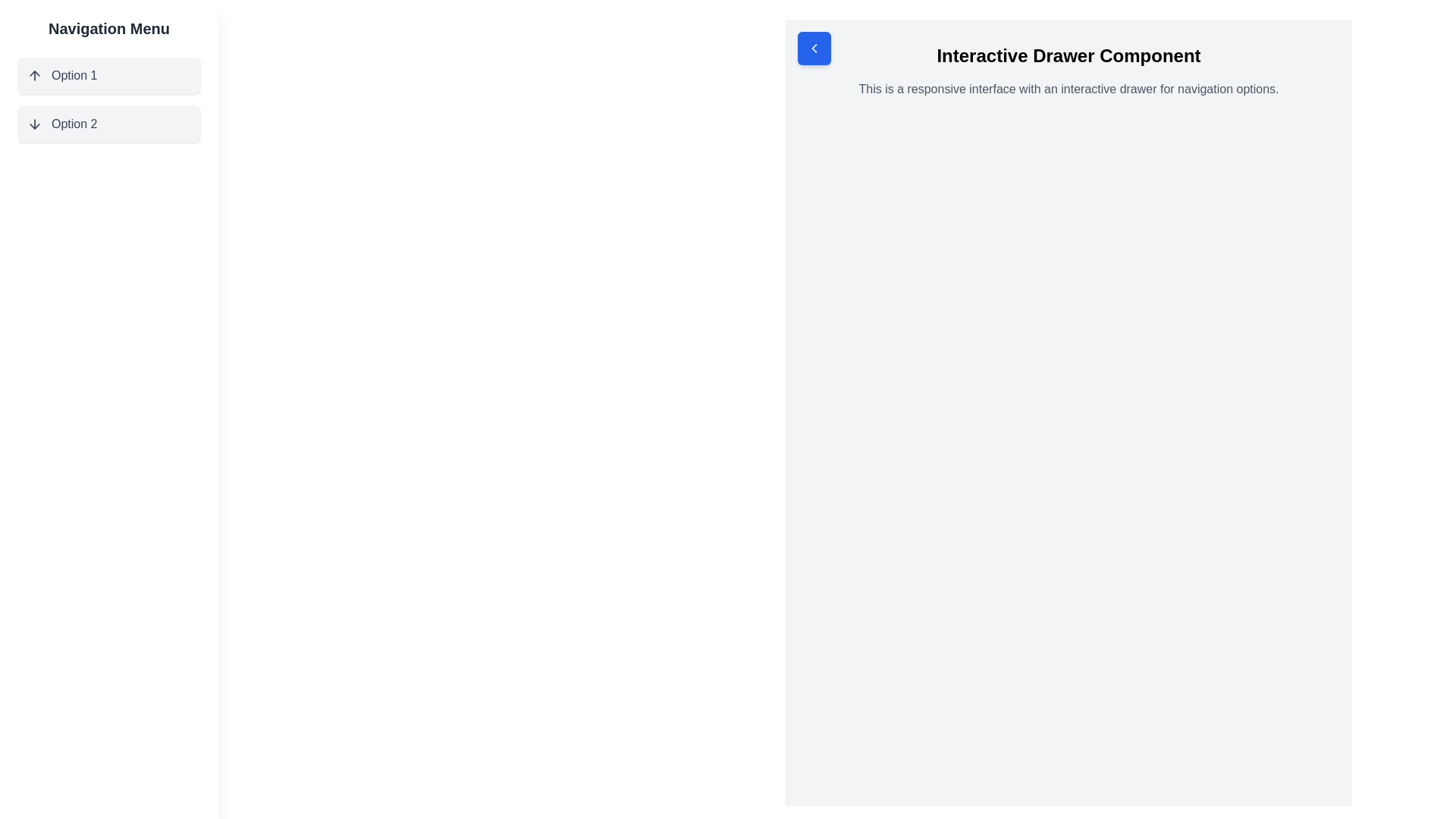 The height and width of the screenshot is (819, 1456). Describe the element at coordinates (74, 124) in the screenshot. I see `the text label displaying 'Option 2', which is styled with a dark gray font and positioned within a light gray rounded rectangle in the navigation menu` at that location.